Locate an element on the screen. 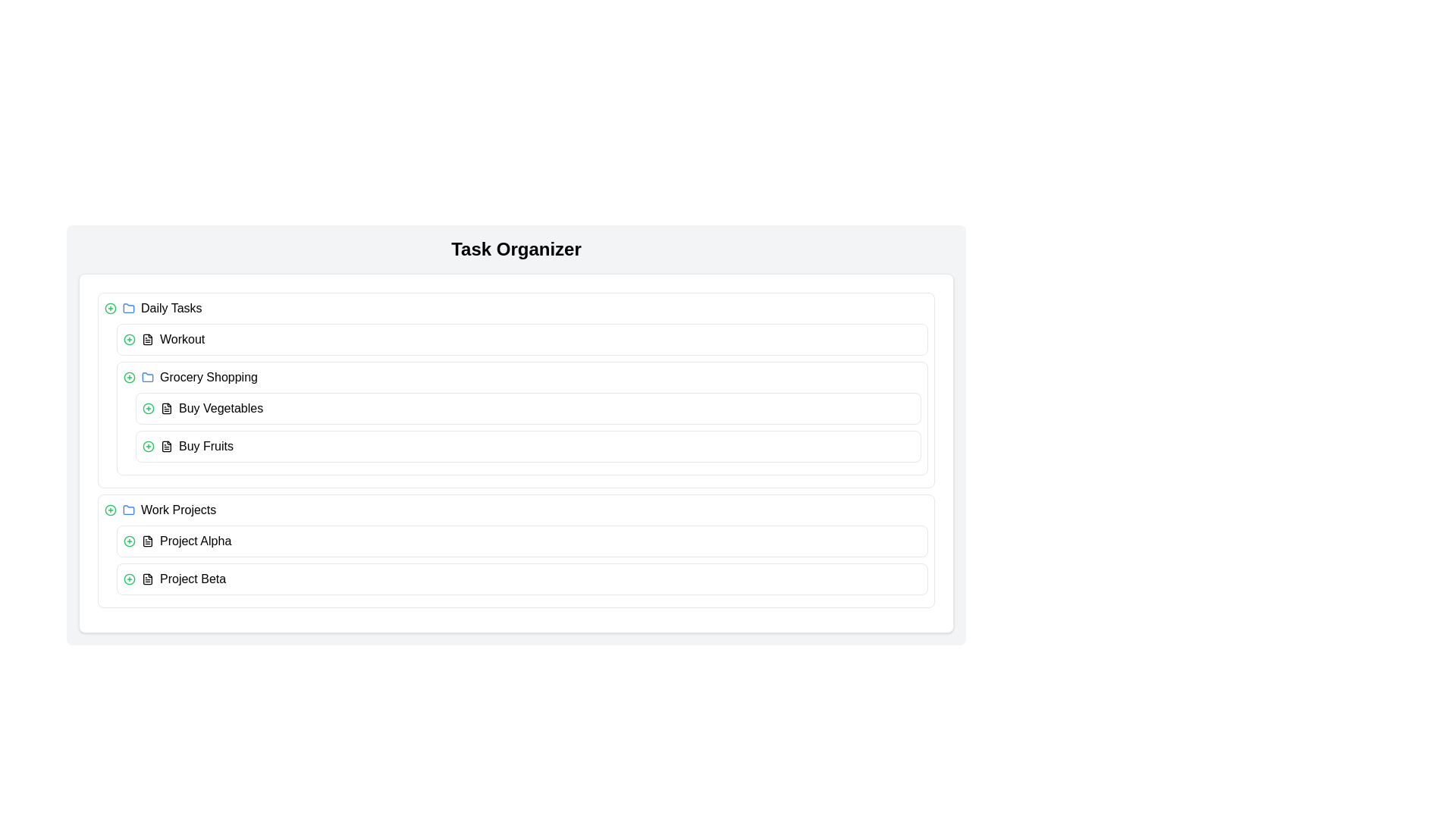 This screenshot has height=819, width=1456. the folder icon located in the sidebar under the 'Daily Tasks' section to indicate its expandable or collapsible functionality is located at coordinates (148, 376).